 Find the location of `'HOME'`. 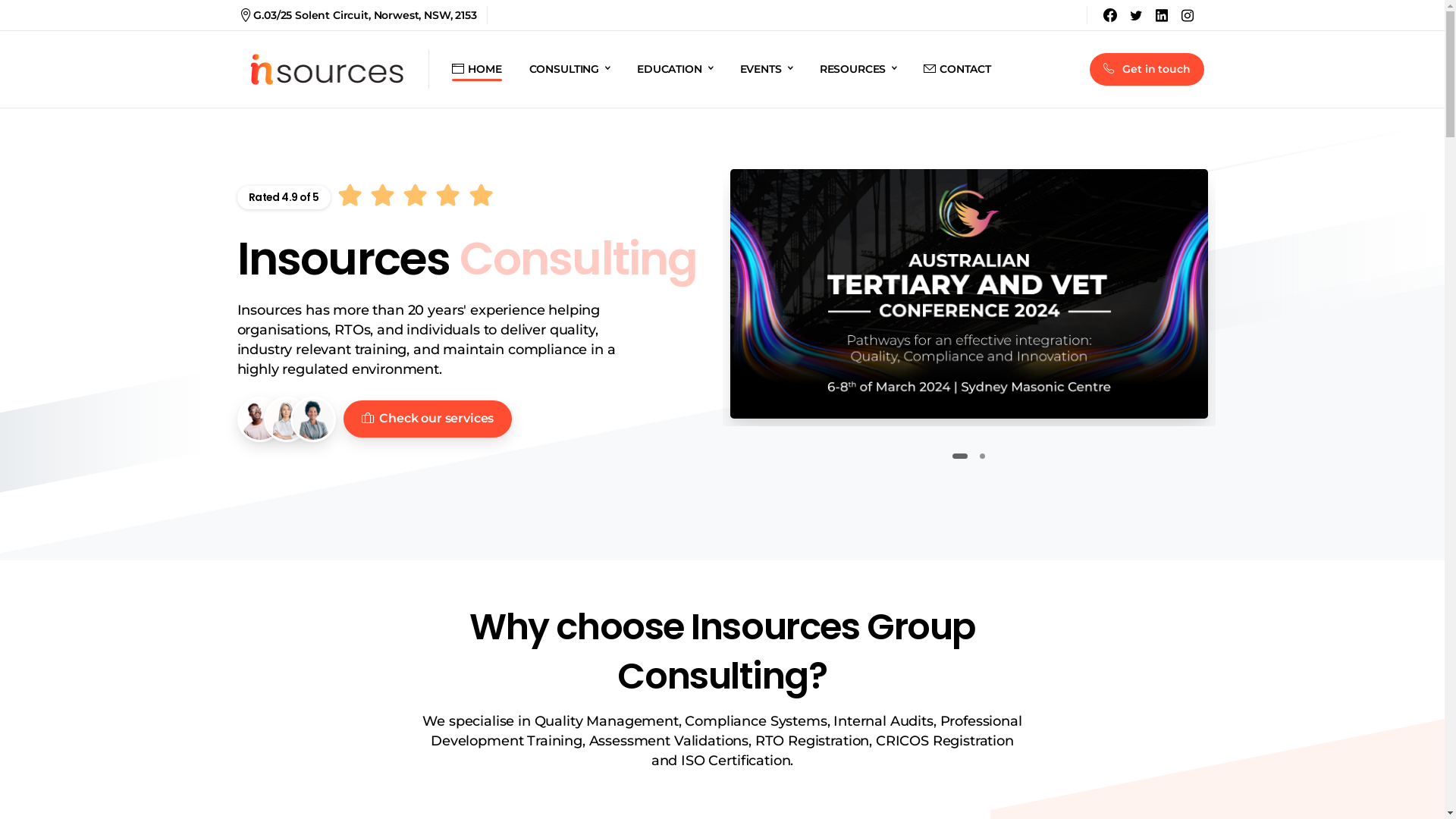

'HOME' is located at coordinates (475, 69).